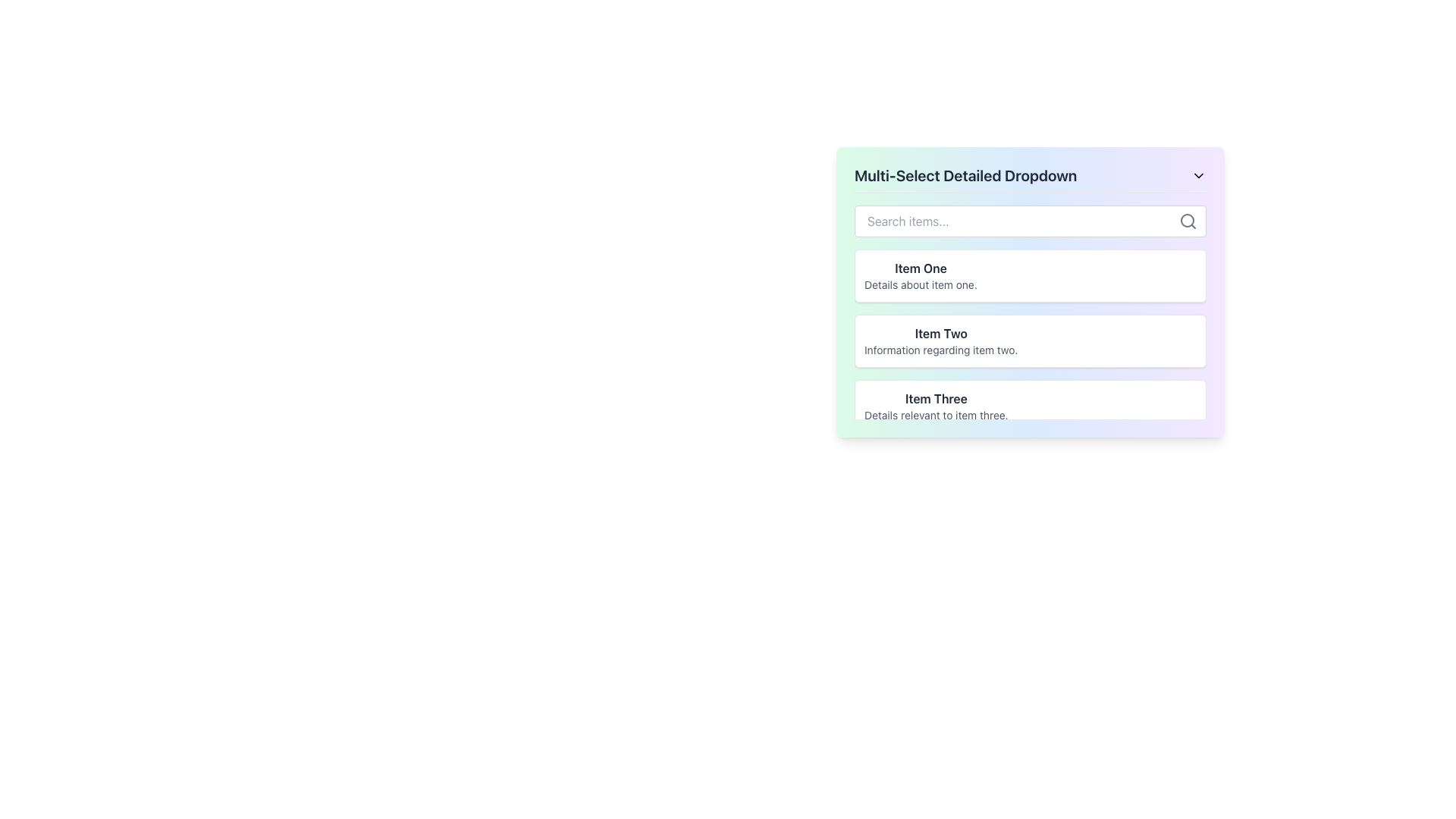  What do you see at coordinates (940, 332) in the screenshot?
I see `text label positioned in the middle of the 'Multi-Select Detailed Dropdown' interface, specifically the first line of text within the second item block, located between 'Item One' and 'Item Three'` at bounding box center [940, 332].